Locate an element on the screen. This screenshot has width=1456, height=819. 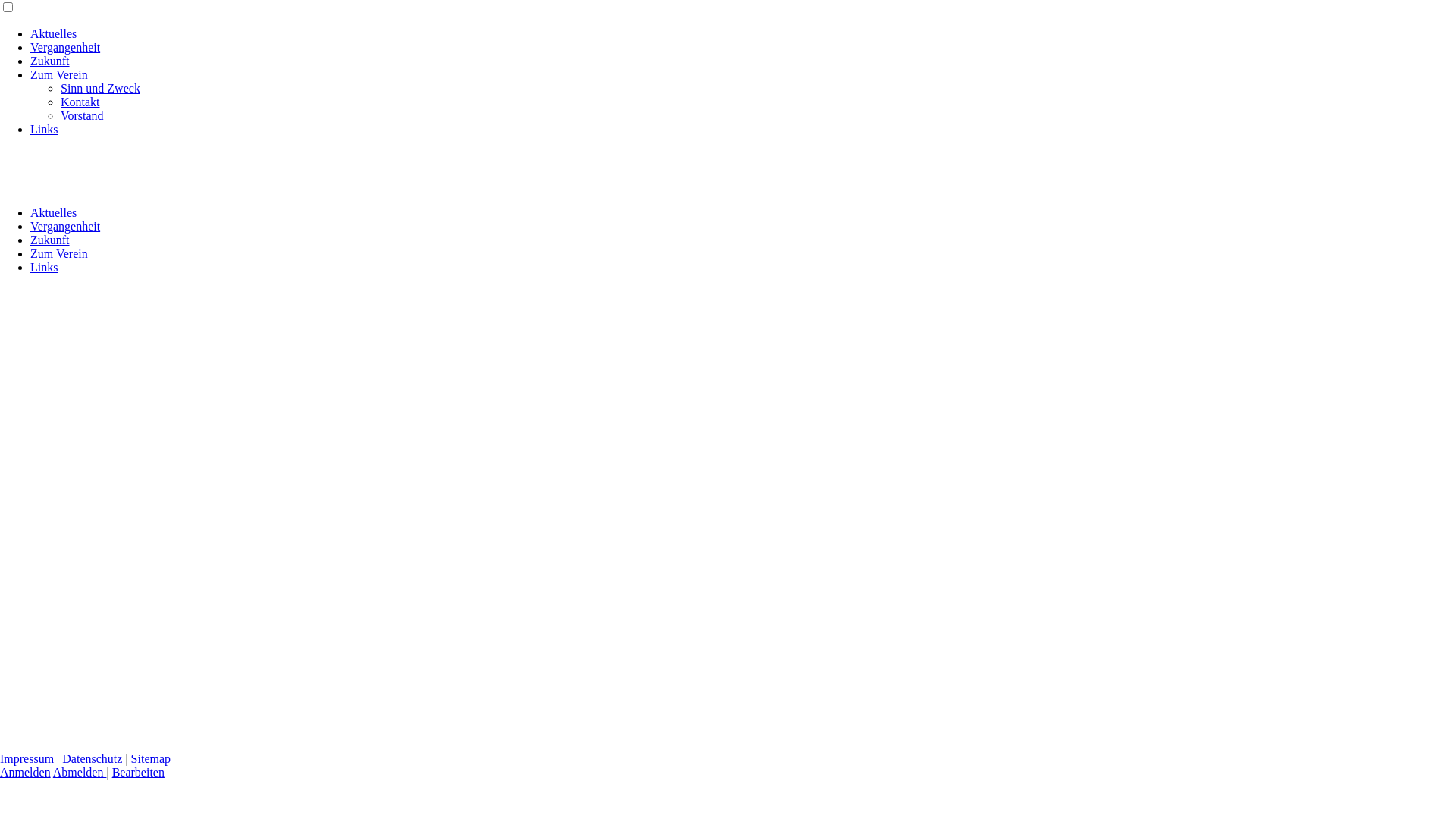
'Abmelden' is located at coordinates (79, 772).